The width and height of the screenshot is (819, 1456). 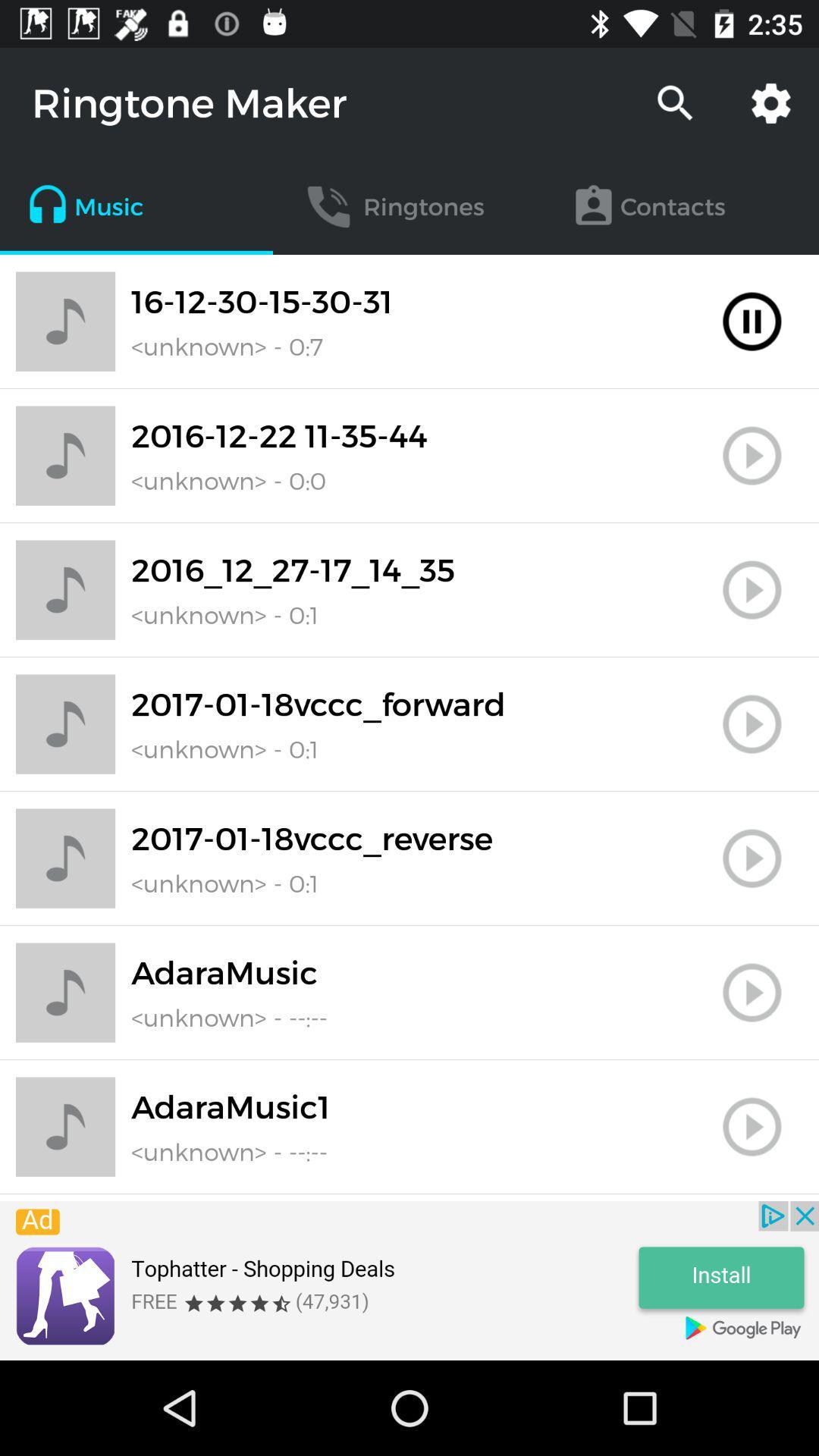 I want to click on pause playback, so click(x=752, y=321).